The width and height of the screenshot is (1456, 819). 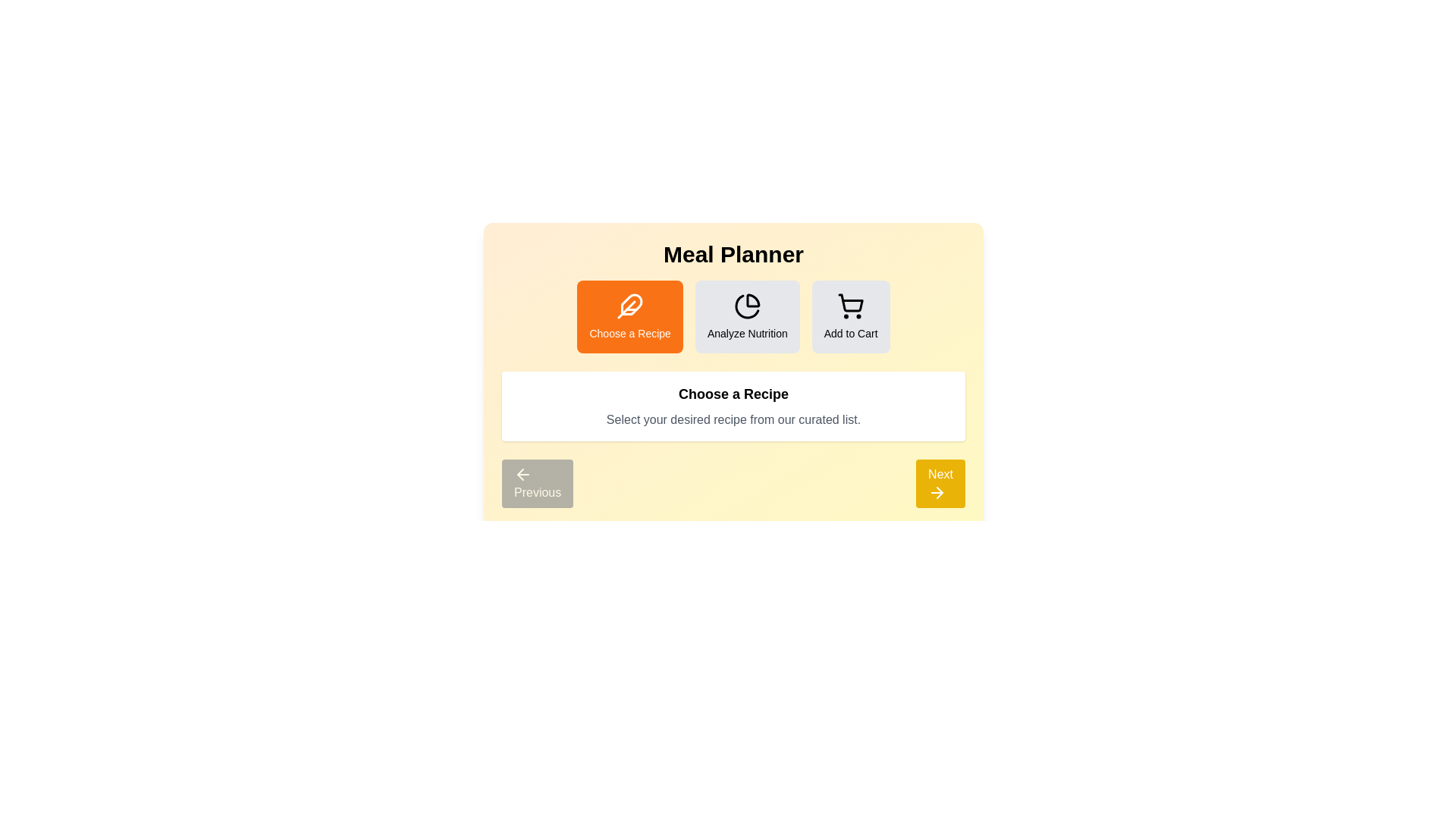 What do you see at coordinates (538, 483) in the screenshot?
I see `the 'Previous' button to navigate to the previous step` at bounding box center [538, 483].